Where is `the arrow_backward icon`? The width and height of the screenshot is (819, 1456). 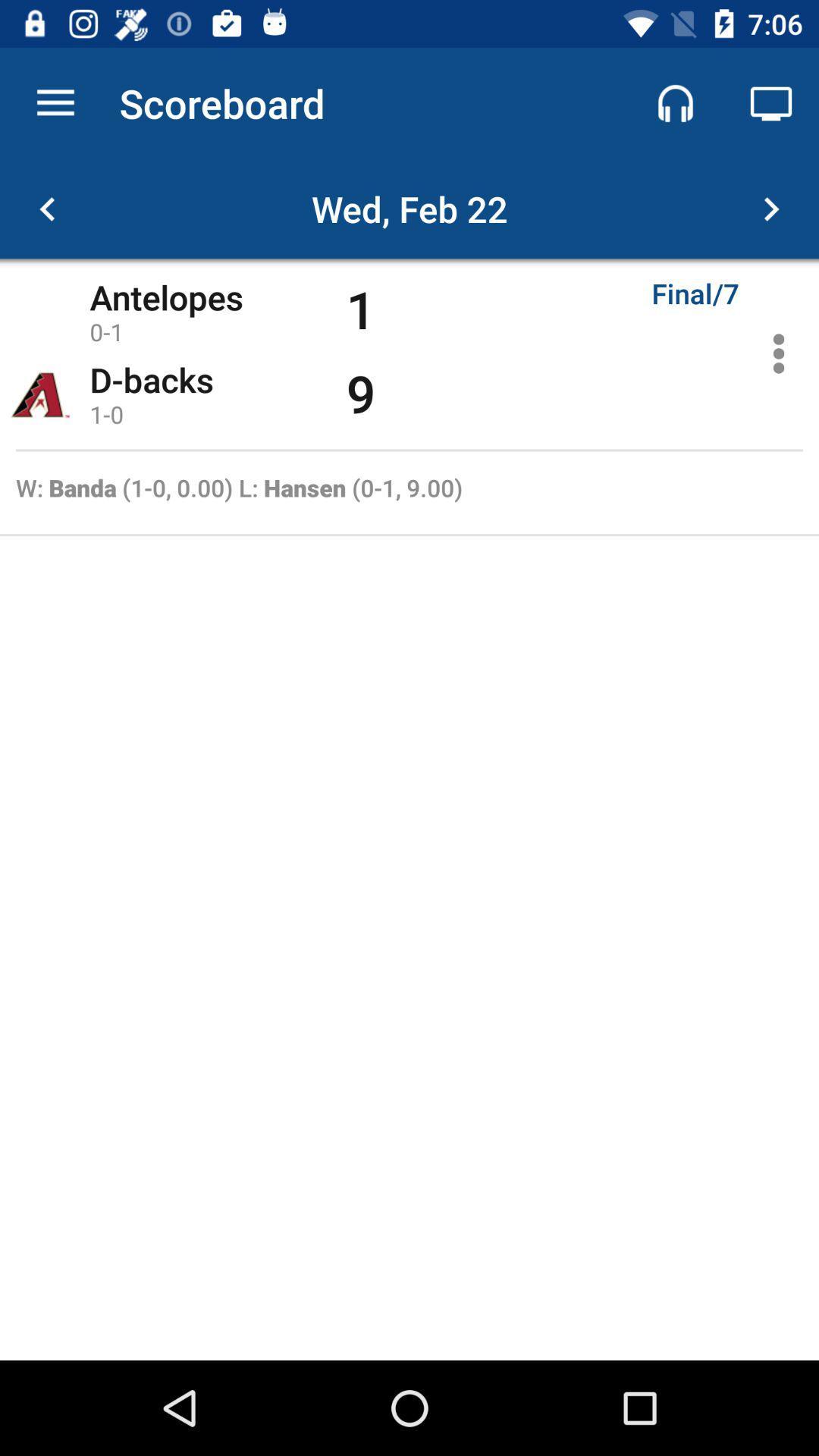
the arrow_backward icon is located at coordinates (46, 208).